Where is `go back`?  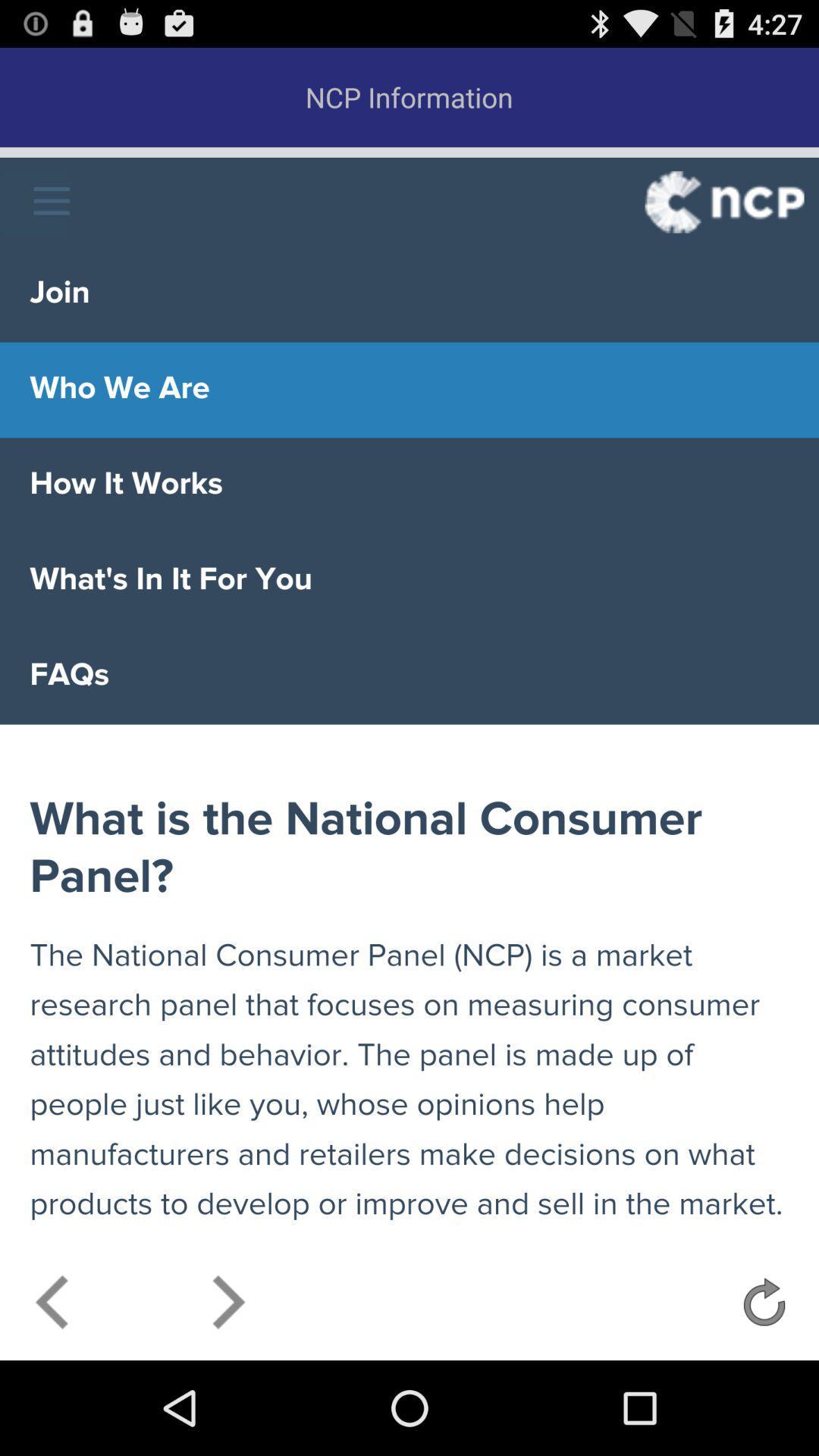 go back is located at coordinates (52, 1306).